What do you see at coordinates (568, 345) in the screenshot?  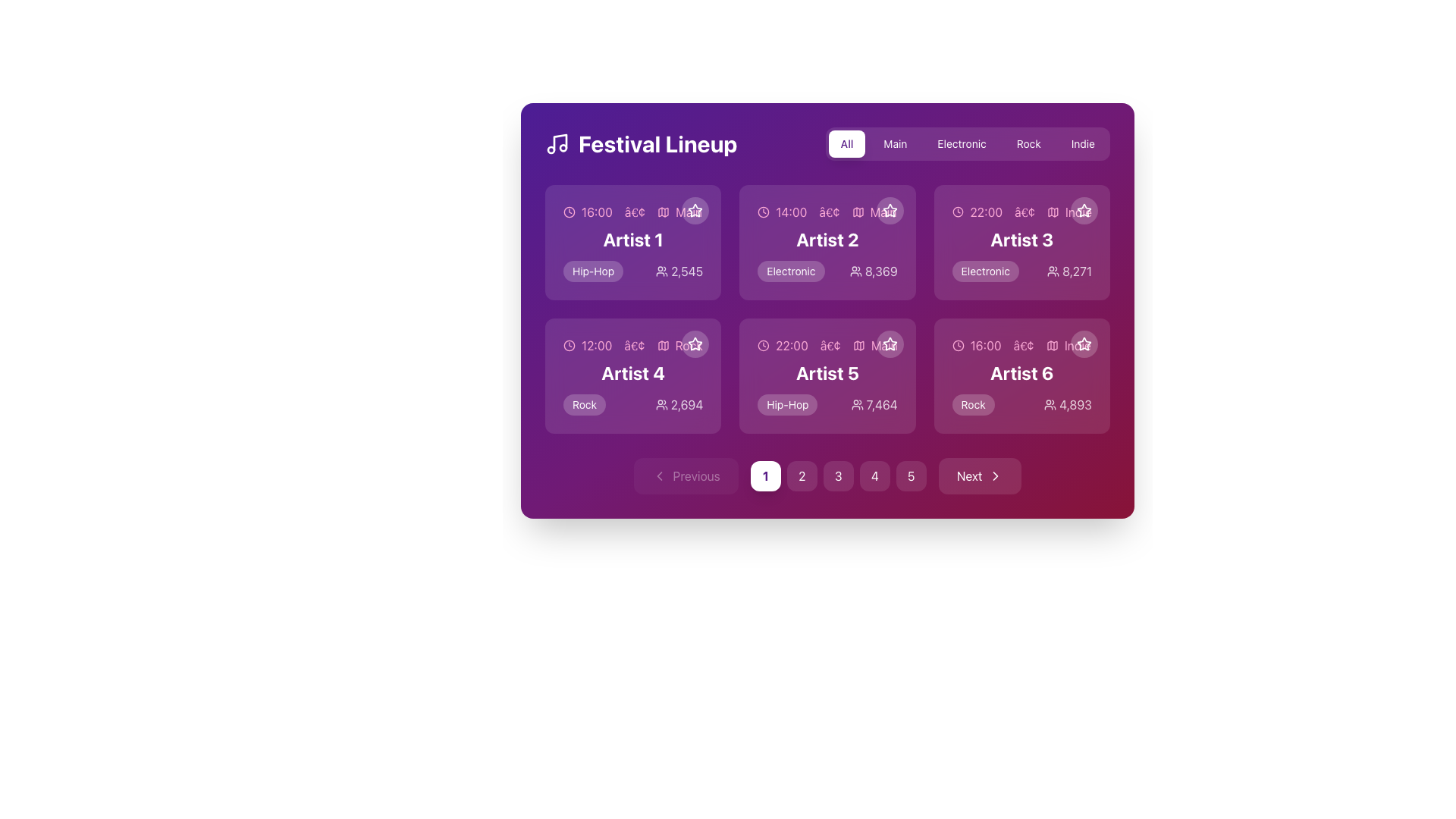 I see `the SVG graphical element (circle) that represents the outline of a clock's face in the top-left corner of the card for 'Artist 4'` at bounding box center [568, 345].